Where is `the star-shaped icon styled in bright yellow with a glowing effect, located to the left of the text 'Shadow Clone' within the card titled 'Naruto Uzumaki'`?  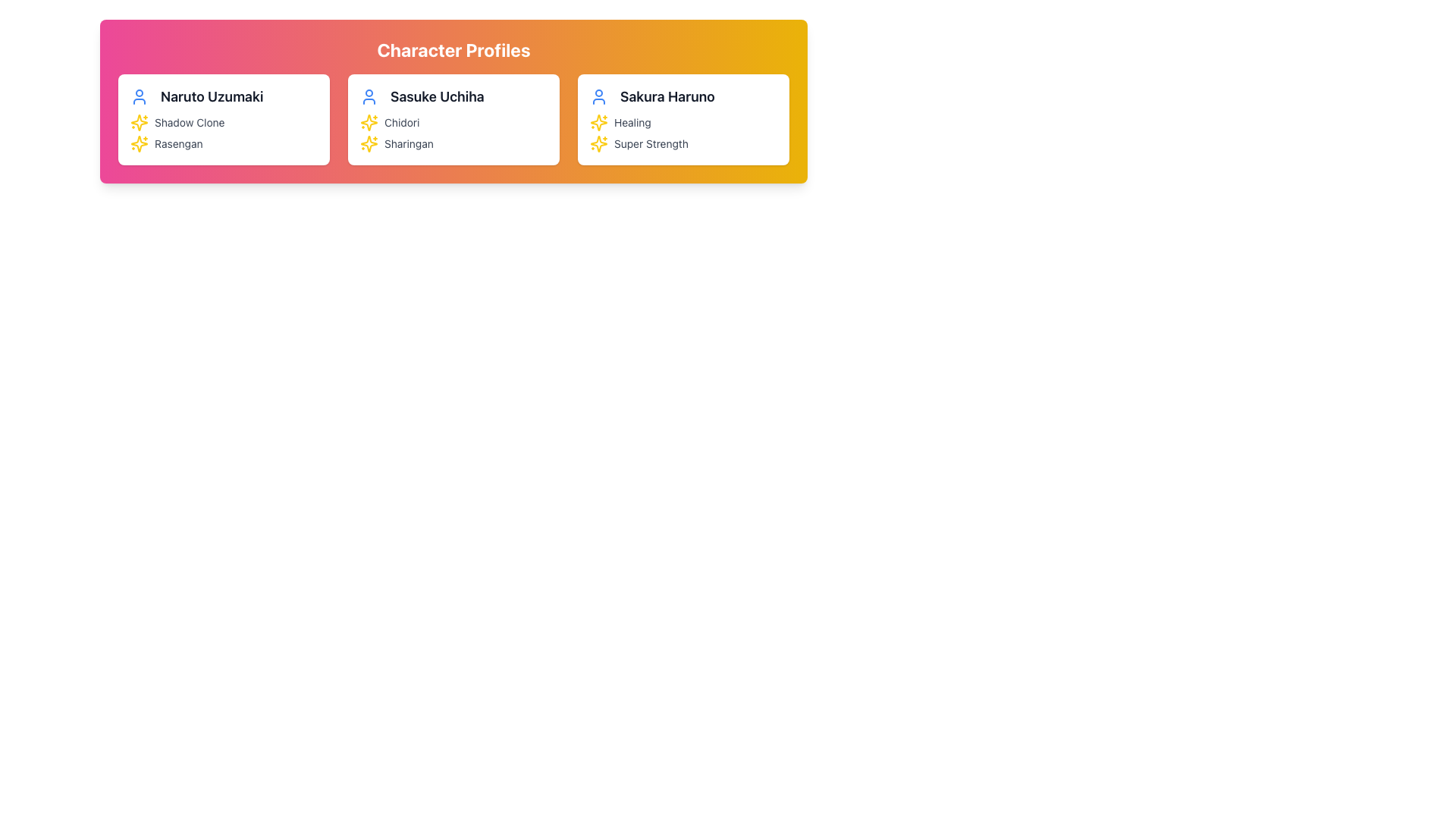 the star-shaped icon styled in bright yellow with a glowing effect, located to the left of the text 'Shadow Clone' within the card titled 'Naruto Uzumaki' is located at coordinates (139, 122).